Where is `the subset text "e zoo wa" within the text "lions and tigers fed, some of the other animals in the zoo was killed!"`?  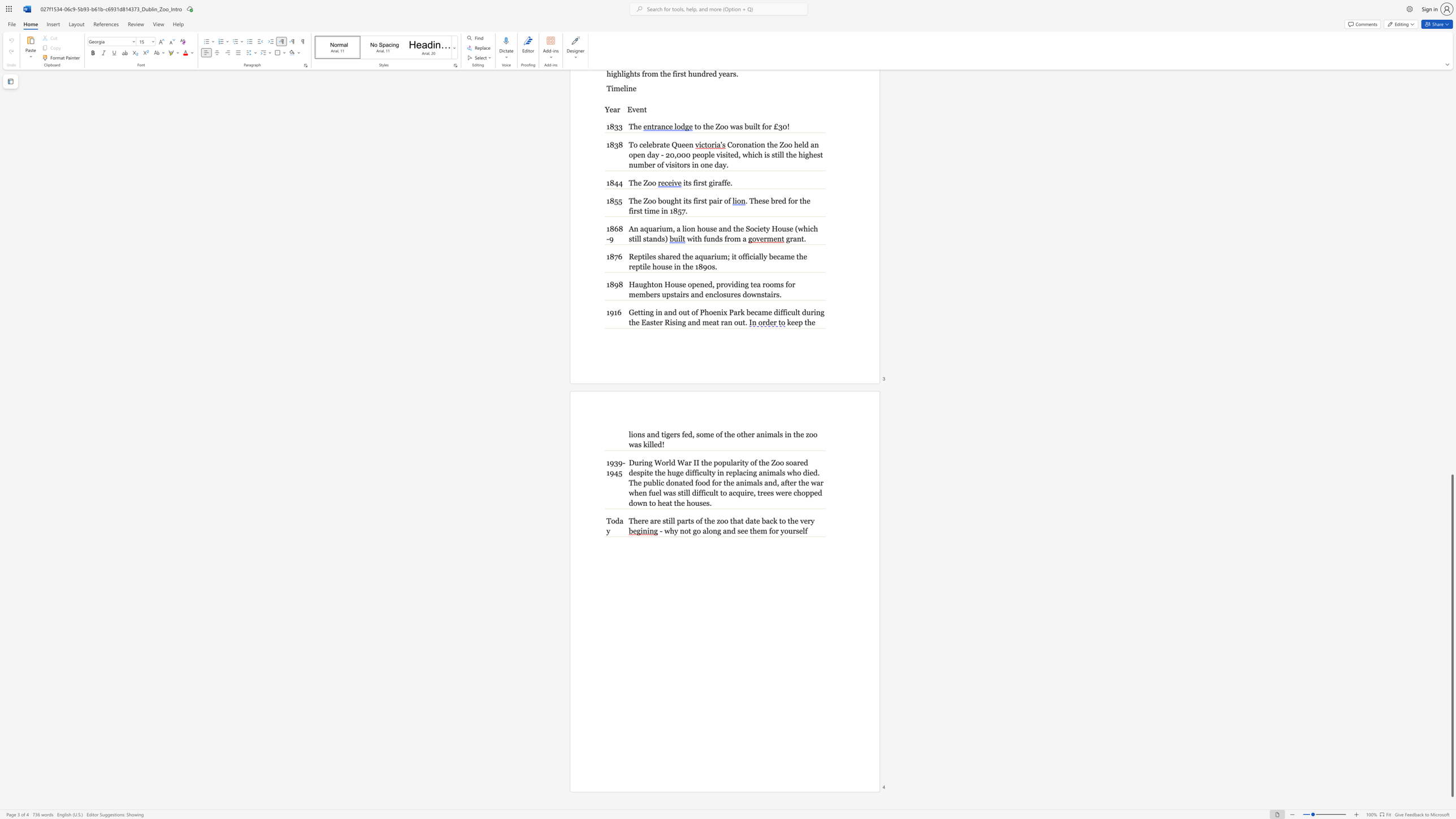
the subset text "e zoo wa" within the text "lions and tigers fed, some of the other animals in the zoo was killed!" is located at coordinates (800, 434).